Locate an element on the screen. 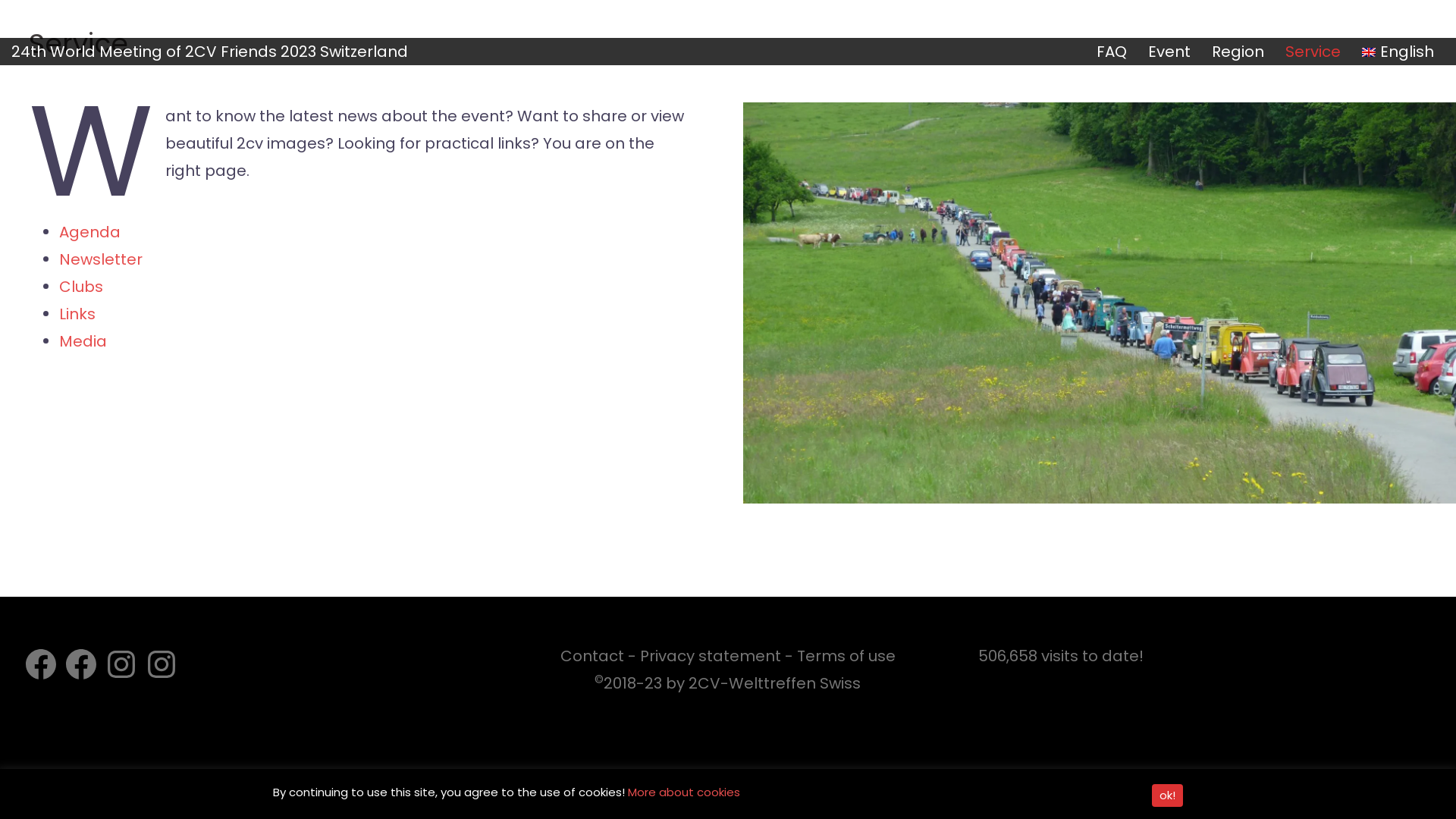  'Newsletter' is located at coordinates (58, 259).